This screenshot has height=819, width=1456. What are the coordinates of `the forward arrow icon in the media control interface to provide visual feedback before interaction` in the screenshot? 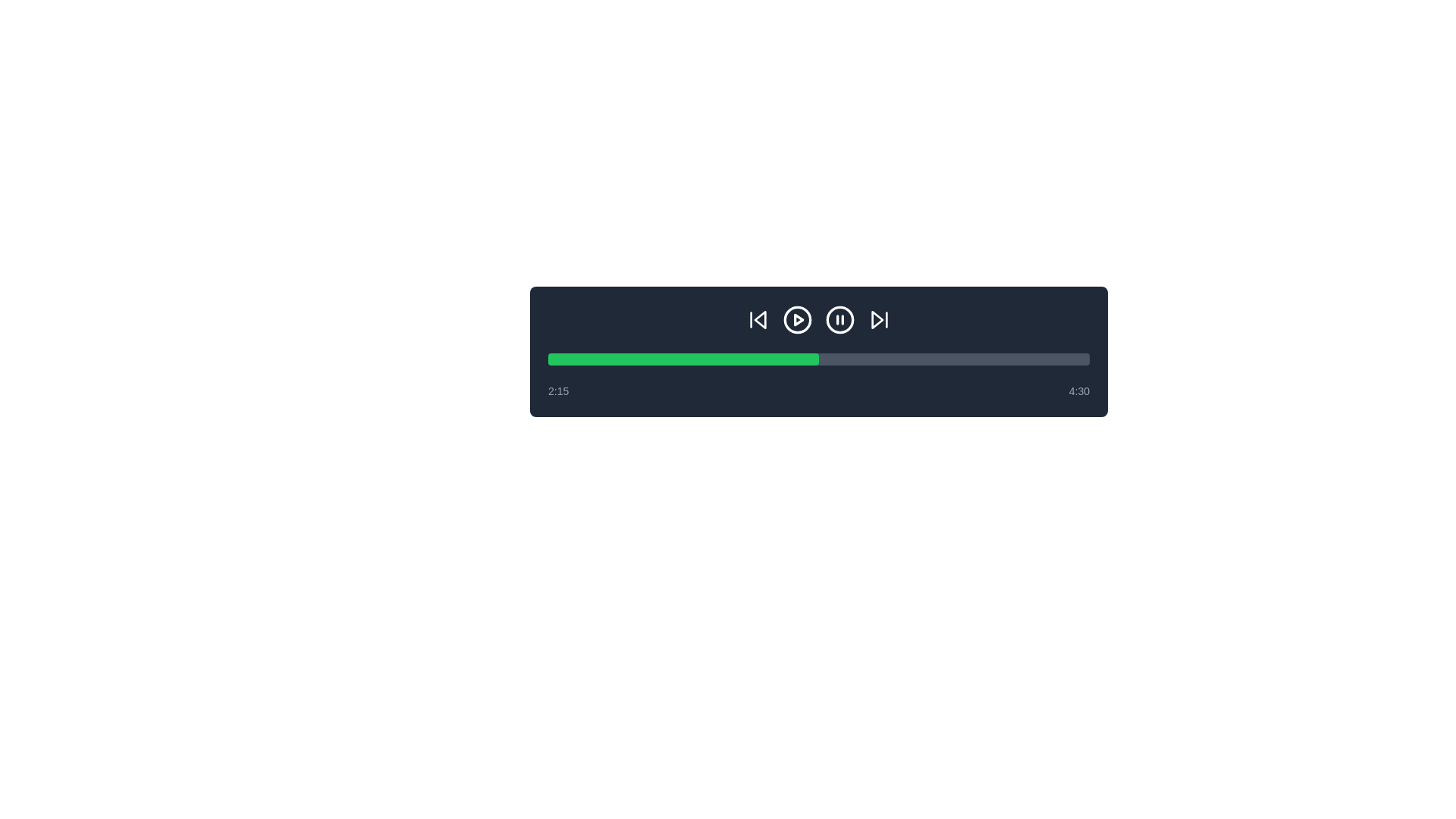 It's located at (877, 318).